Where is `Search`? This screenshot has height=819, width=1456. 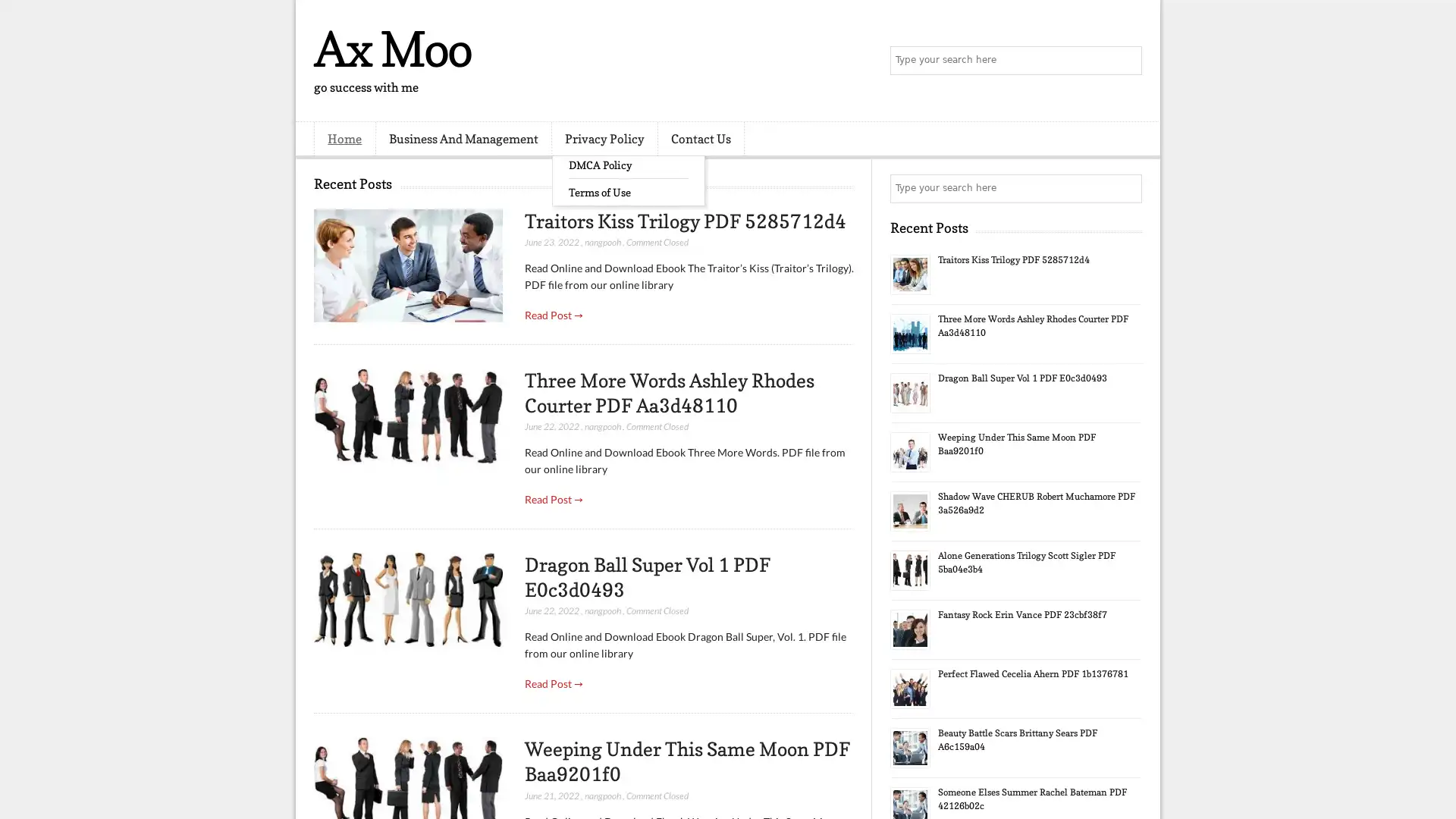
Search is located at coordinates (1126, 188).